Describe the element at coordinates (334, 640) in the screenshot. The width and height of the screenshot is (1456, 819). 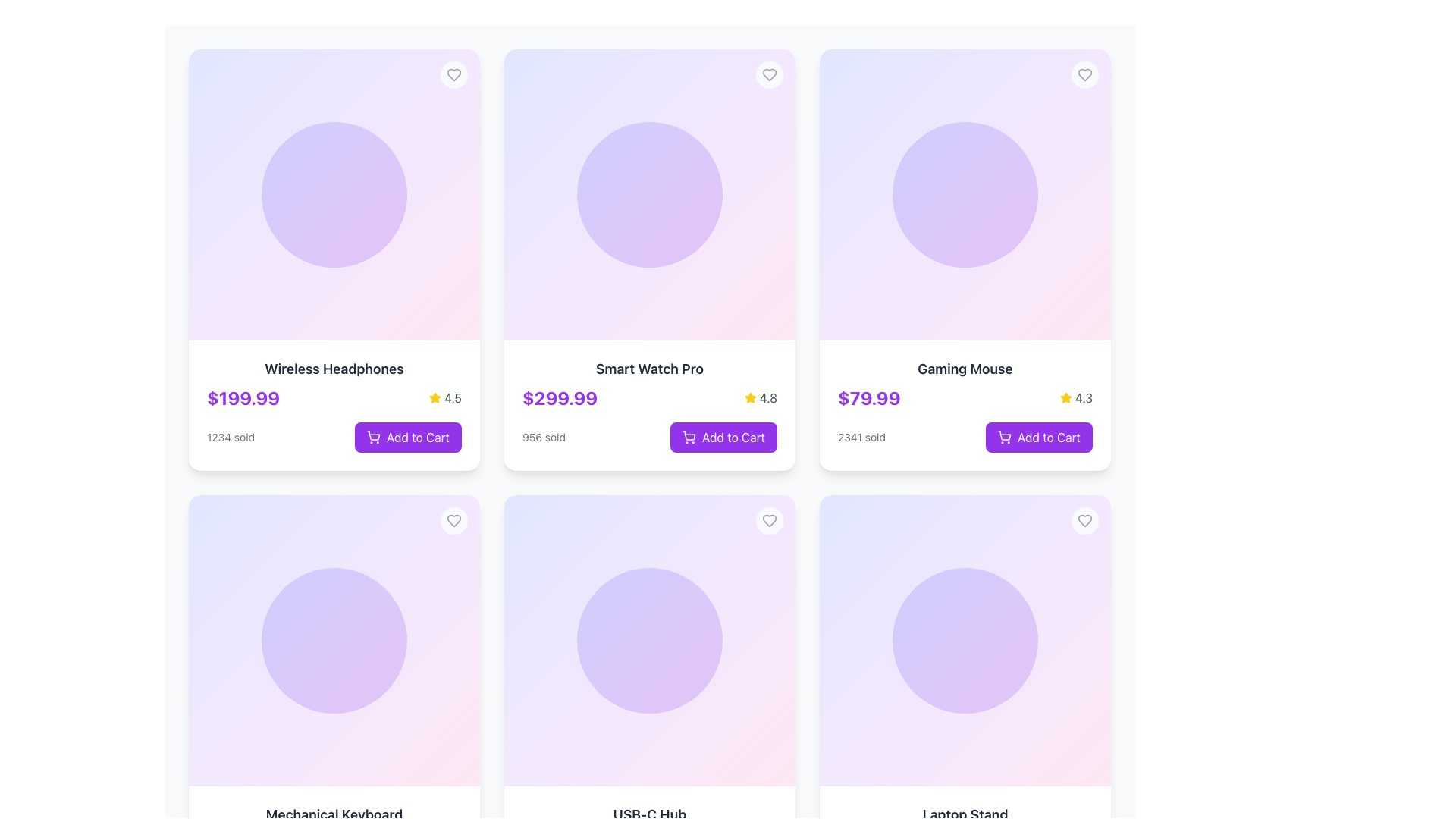
I see `the decorative background or image placeholder in the product card labeled 'Mechanical Keyboard', located in the second row and first column of the product grid` at that location.